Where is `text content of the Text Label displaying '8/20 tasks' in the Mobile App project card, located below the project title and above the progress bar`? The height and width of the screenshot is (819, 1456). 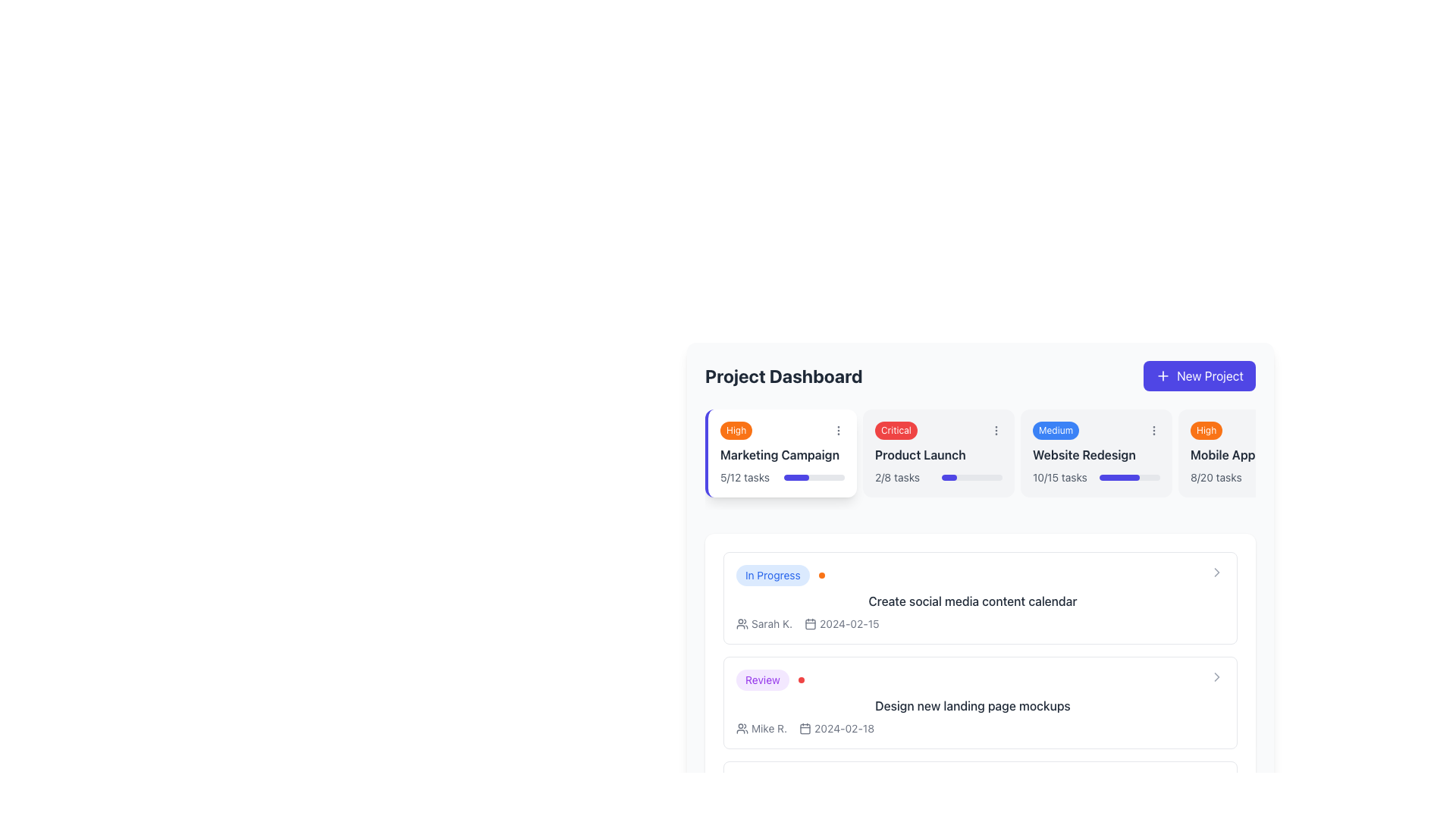 text content of the Text Label displaying '8/20 tasks' in the Mobile App project card, located below the project title and above the progress bar is located at coordinates (1216, 476).